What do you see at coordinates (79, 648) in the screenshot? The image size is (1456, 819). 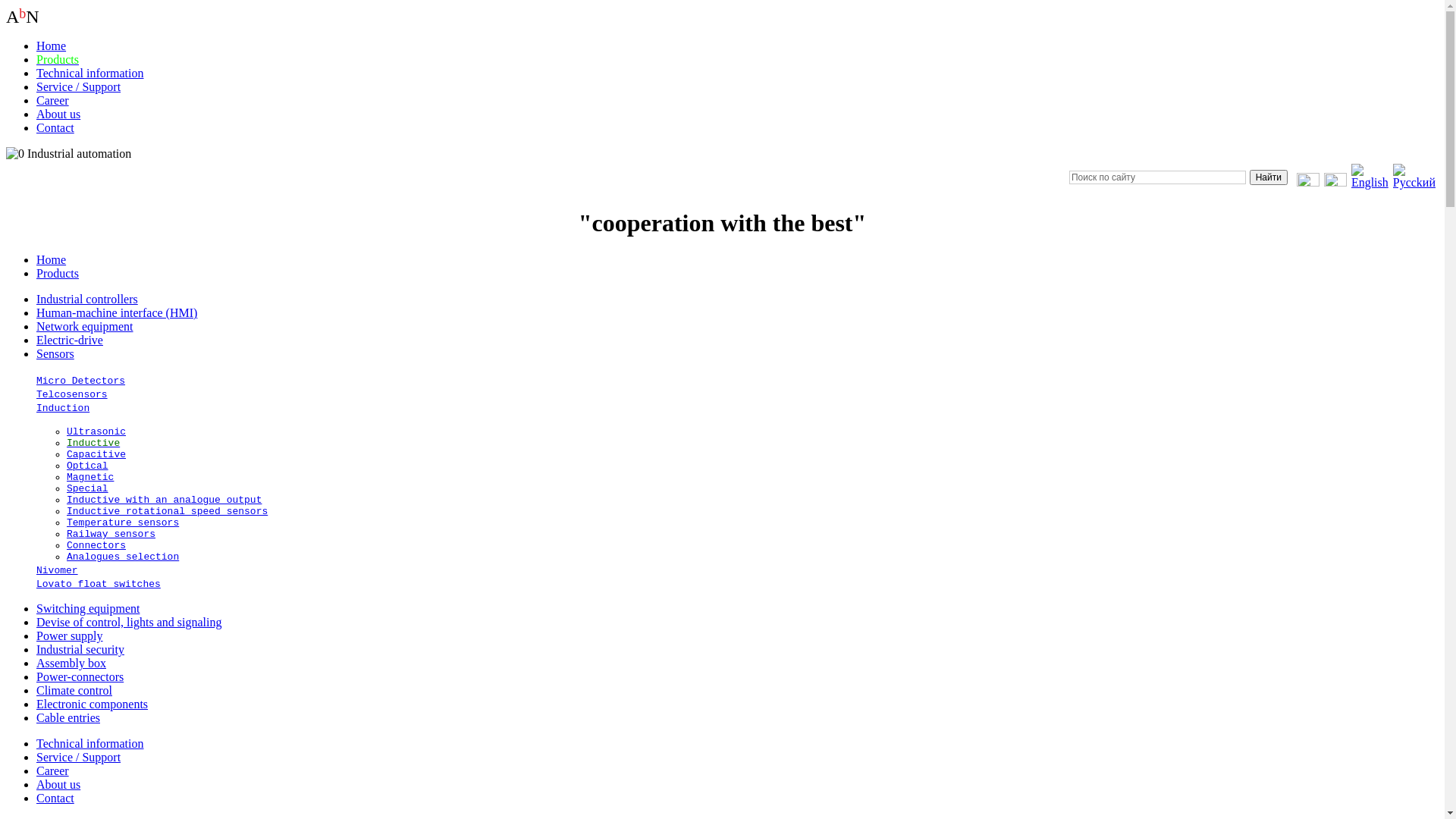 I see `'Industrial security'` at bounding box center [79, 648].